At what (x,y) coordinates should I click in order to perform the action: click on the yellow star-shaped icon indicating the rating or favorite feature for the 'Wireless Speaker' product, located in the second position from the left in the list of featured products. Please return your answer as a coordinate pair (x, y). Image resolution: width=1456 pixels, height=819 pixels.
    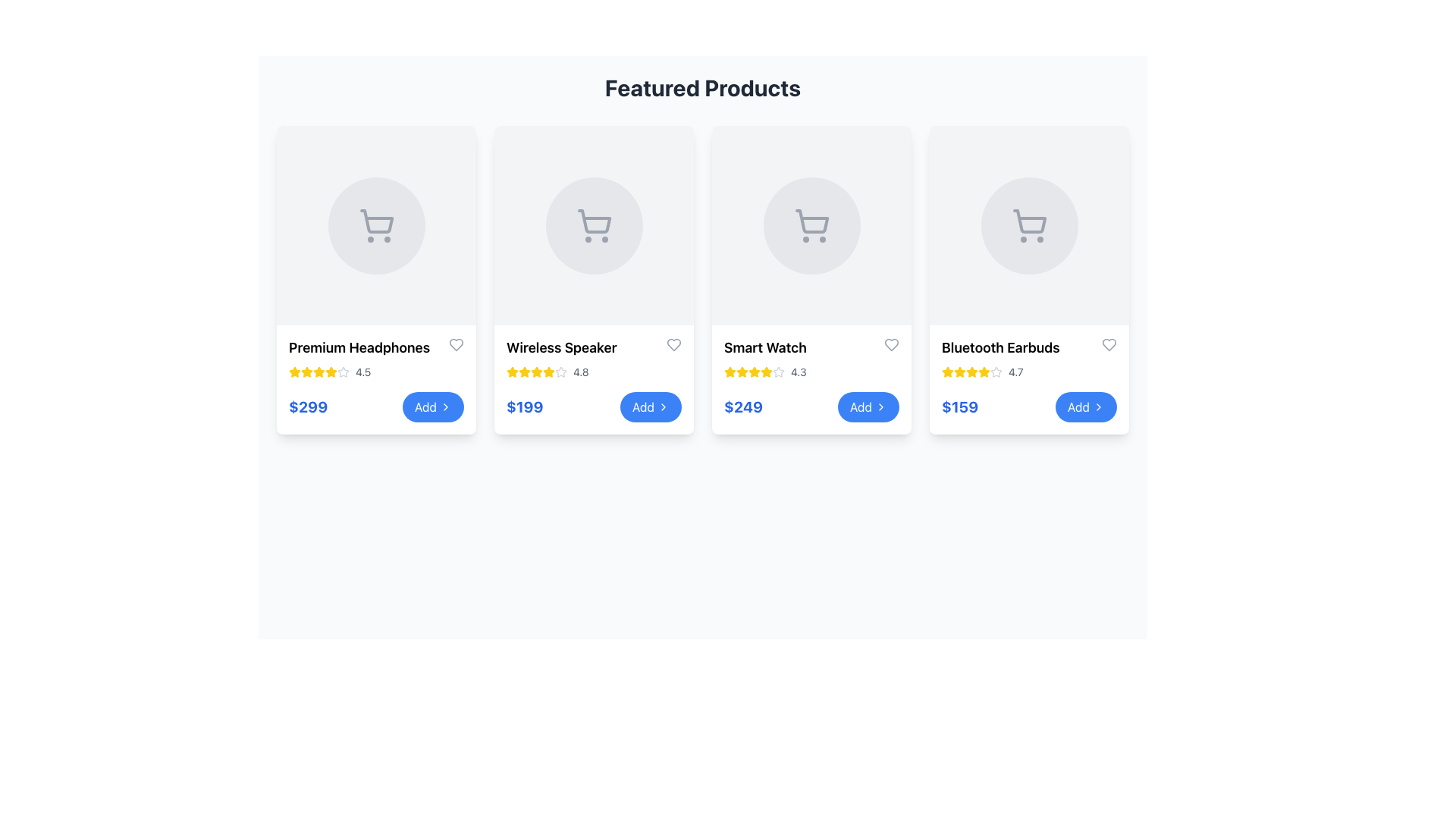
    Looking at the image, I should click on (548, 372).